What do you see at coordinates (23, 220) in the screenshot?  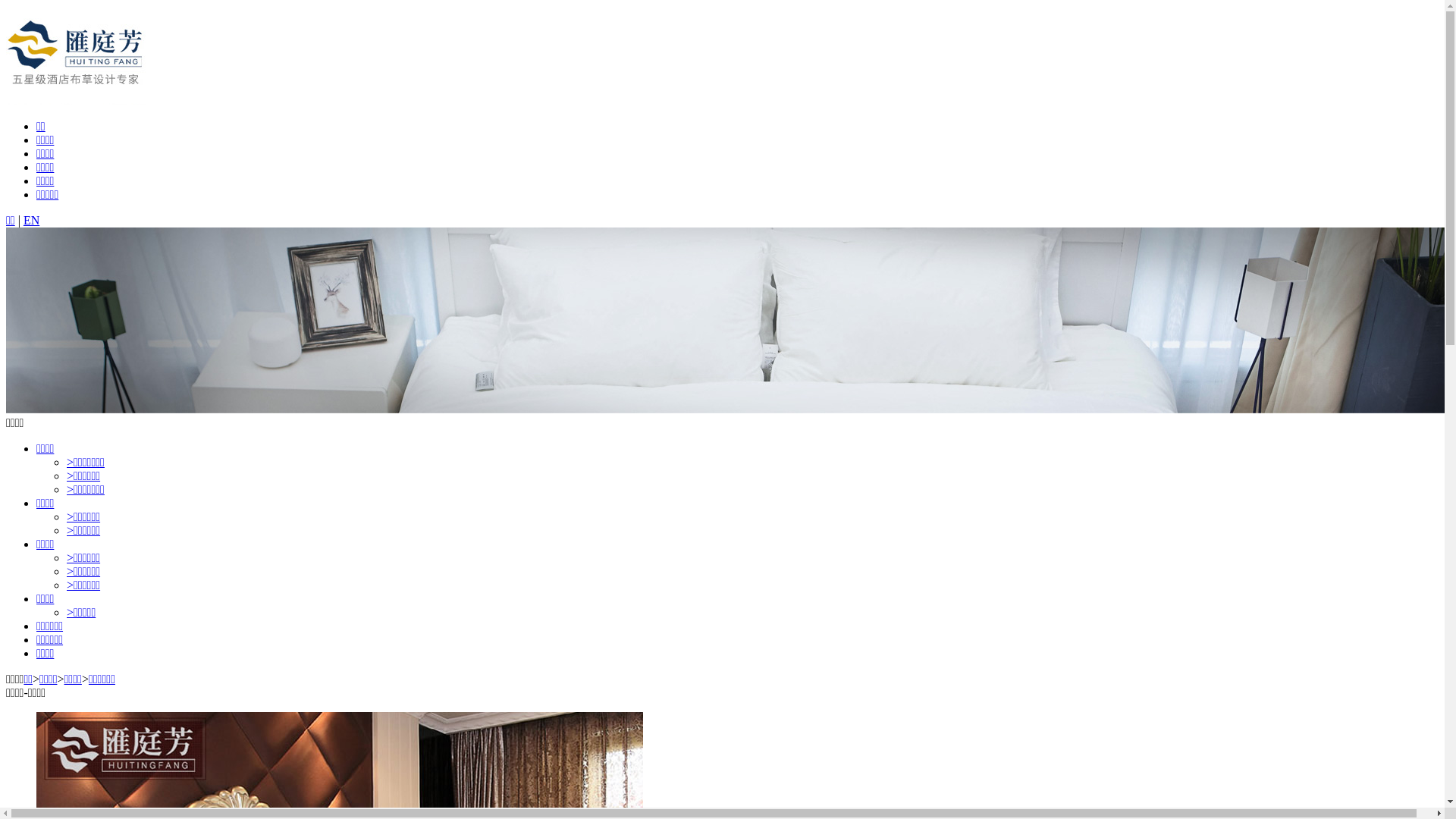 I see `'EN'` at bounding box center [23, 220].